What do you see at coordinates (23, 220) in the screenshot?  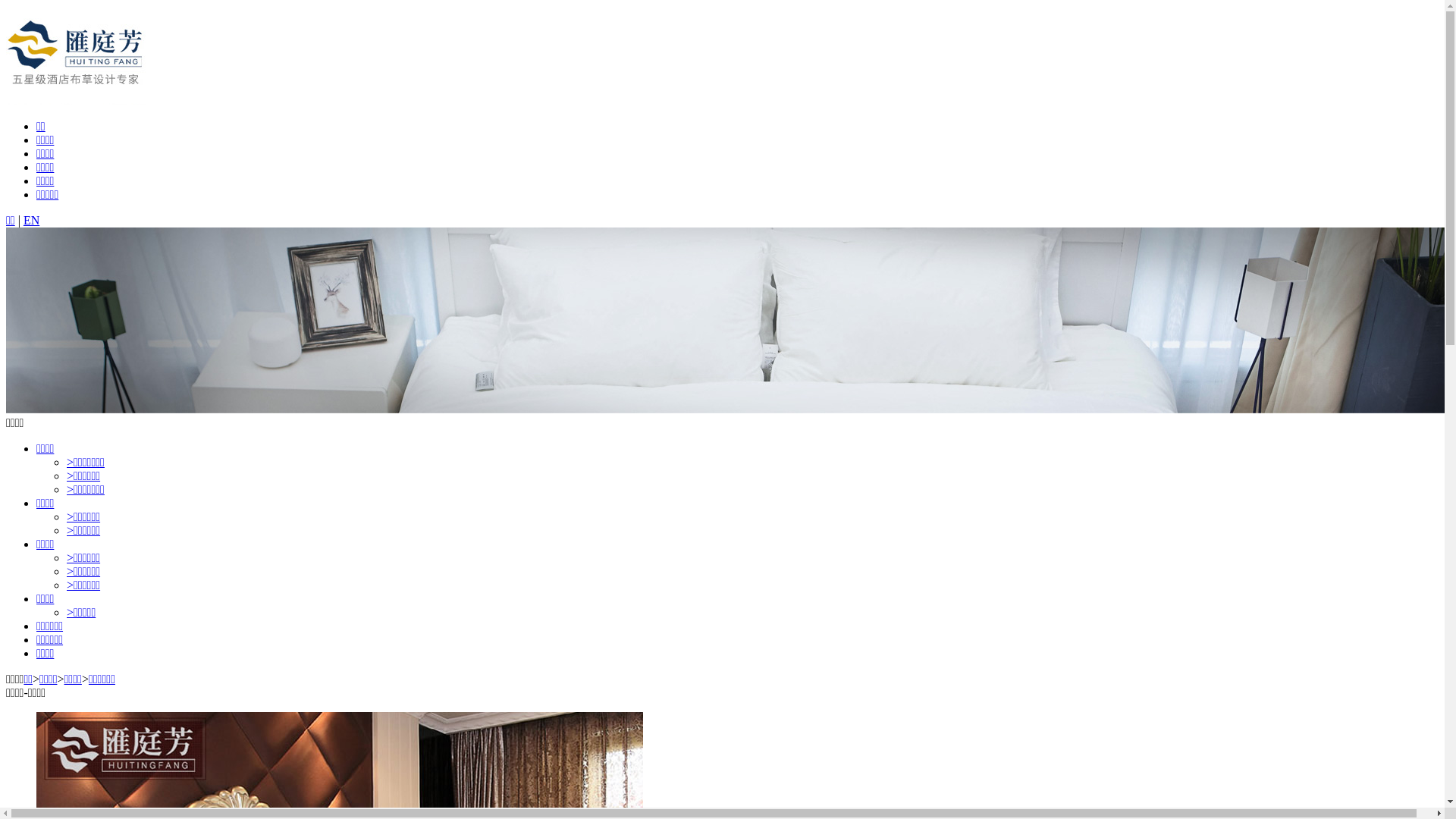 I see `'EN'` at bounding box center [23, 220].